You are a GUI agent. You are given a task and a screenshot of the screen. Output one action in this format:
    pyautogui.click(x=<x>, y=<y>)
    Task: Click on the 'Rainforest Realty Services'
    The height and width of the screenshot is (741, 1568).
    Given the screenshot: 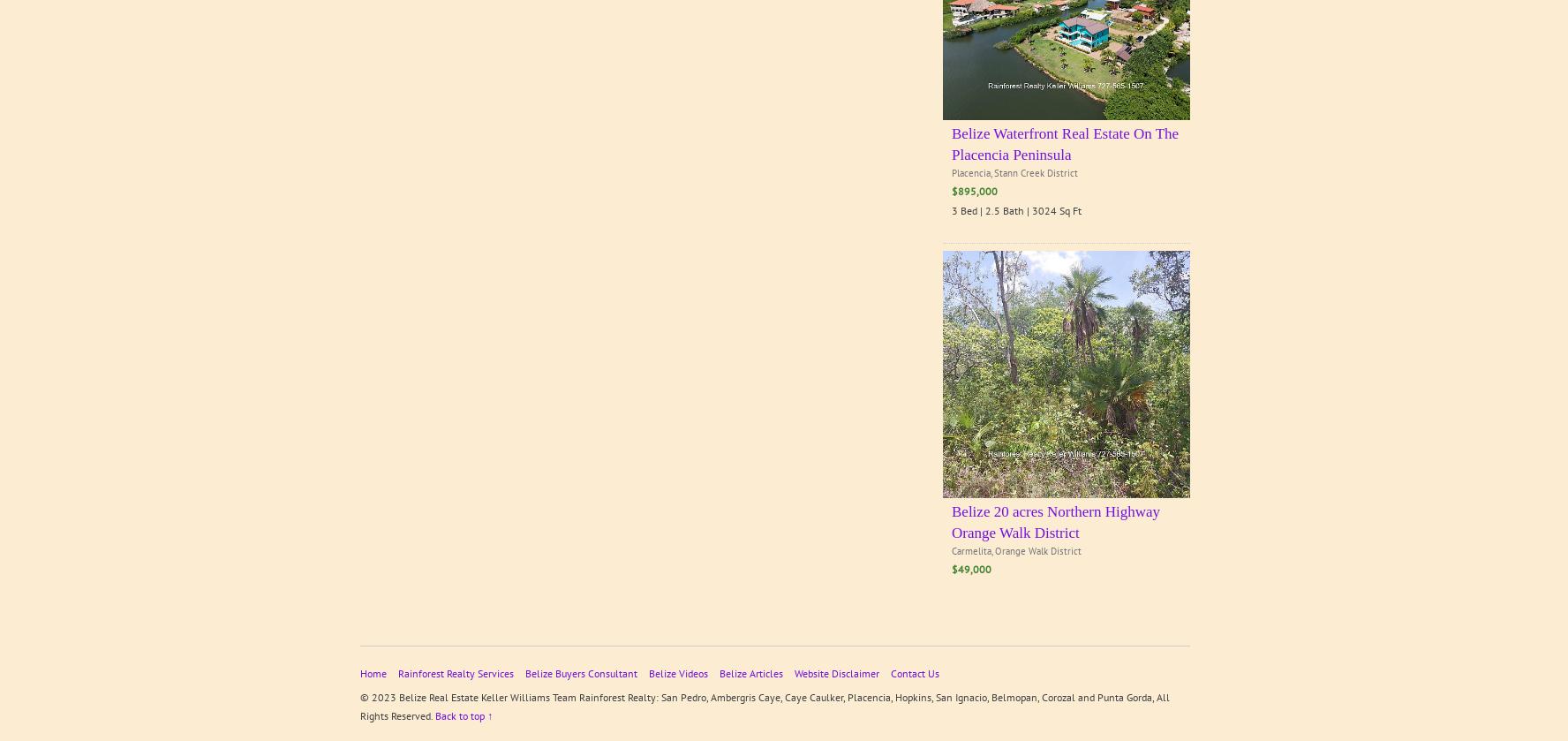 What is the action you would take?
    pyautogui.click(x=455, y=672)
    